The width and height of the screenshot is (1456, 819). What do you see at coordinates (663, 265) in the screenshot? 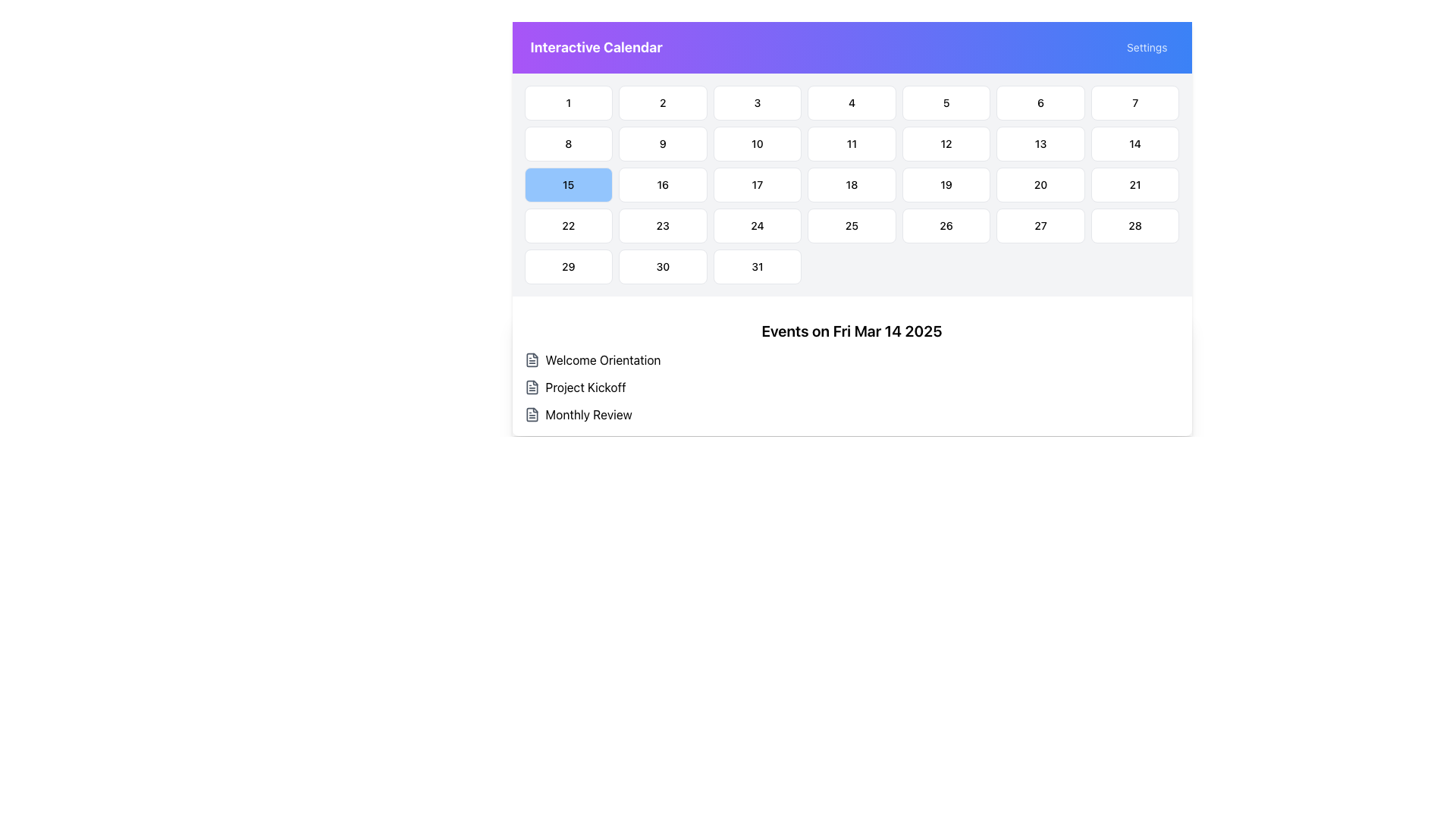
I see `the calendar button representing the 30th day` at bounding box center [663, 265].